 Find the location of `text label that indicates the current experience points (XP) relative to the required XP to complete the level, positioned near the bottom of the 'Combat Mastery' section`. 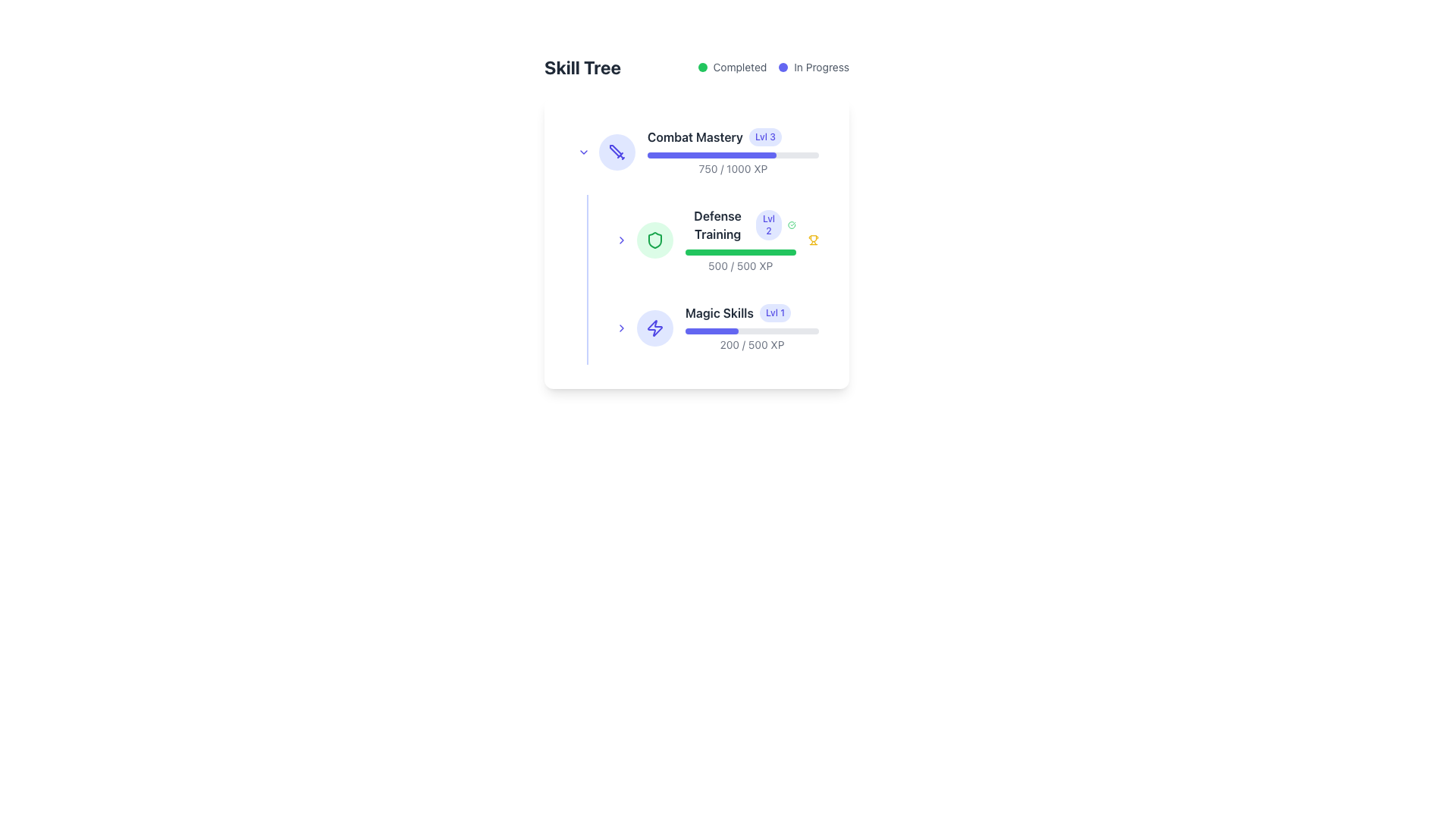

text label that indicates the current experience points (XP) relative to the required XP to complete the level, positioned near the bottom of the 'Combat Mastery' section is located at coordinates (733, 169).